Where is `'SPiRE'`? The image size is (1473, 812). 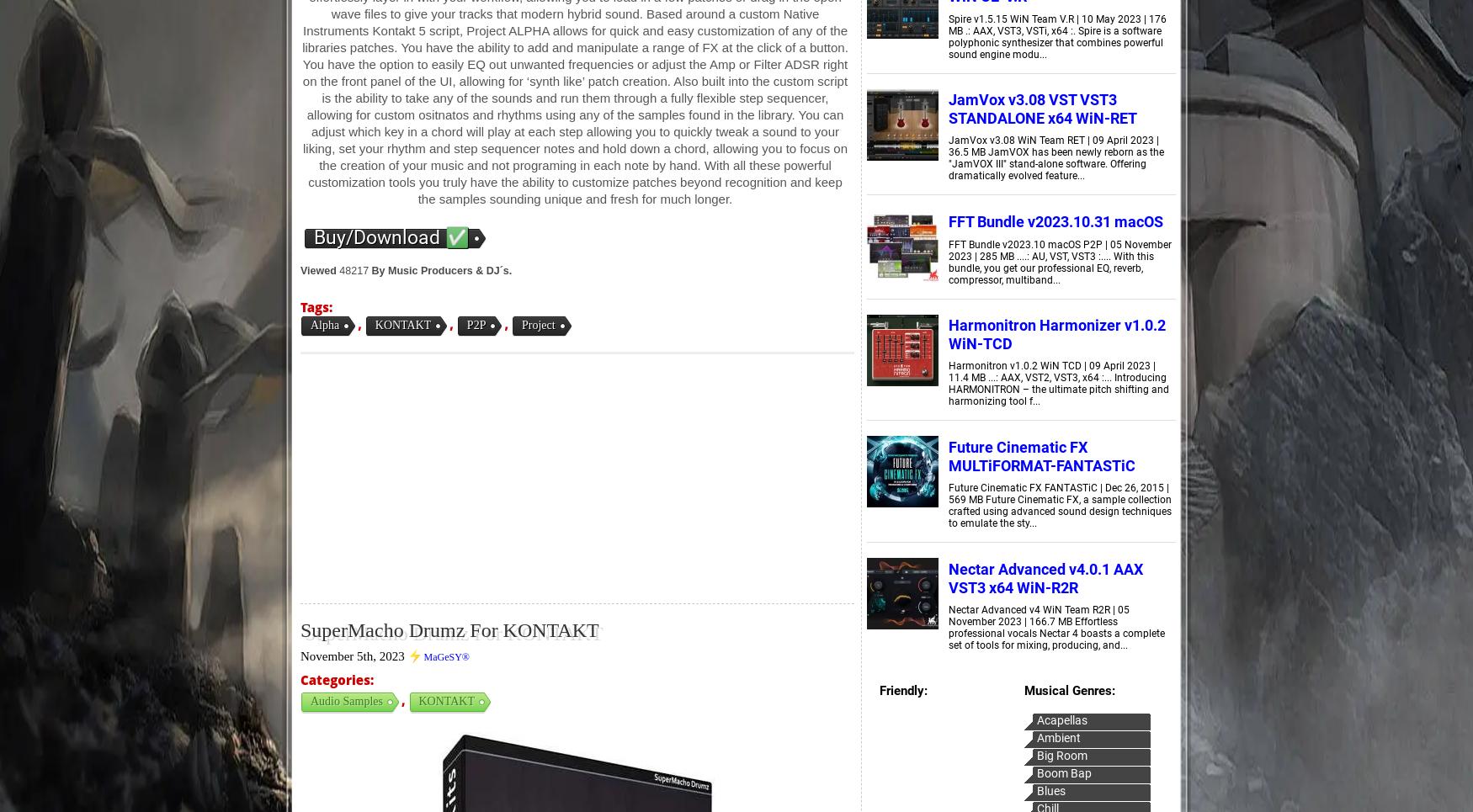
'SPiRE' is located at coordinates (561, 176).